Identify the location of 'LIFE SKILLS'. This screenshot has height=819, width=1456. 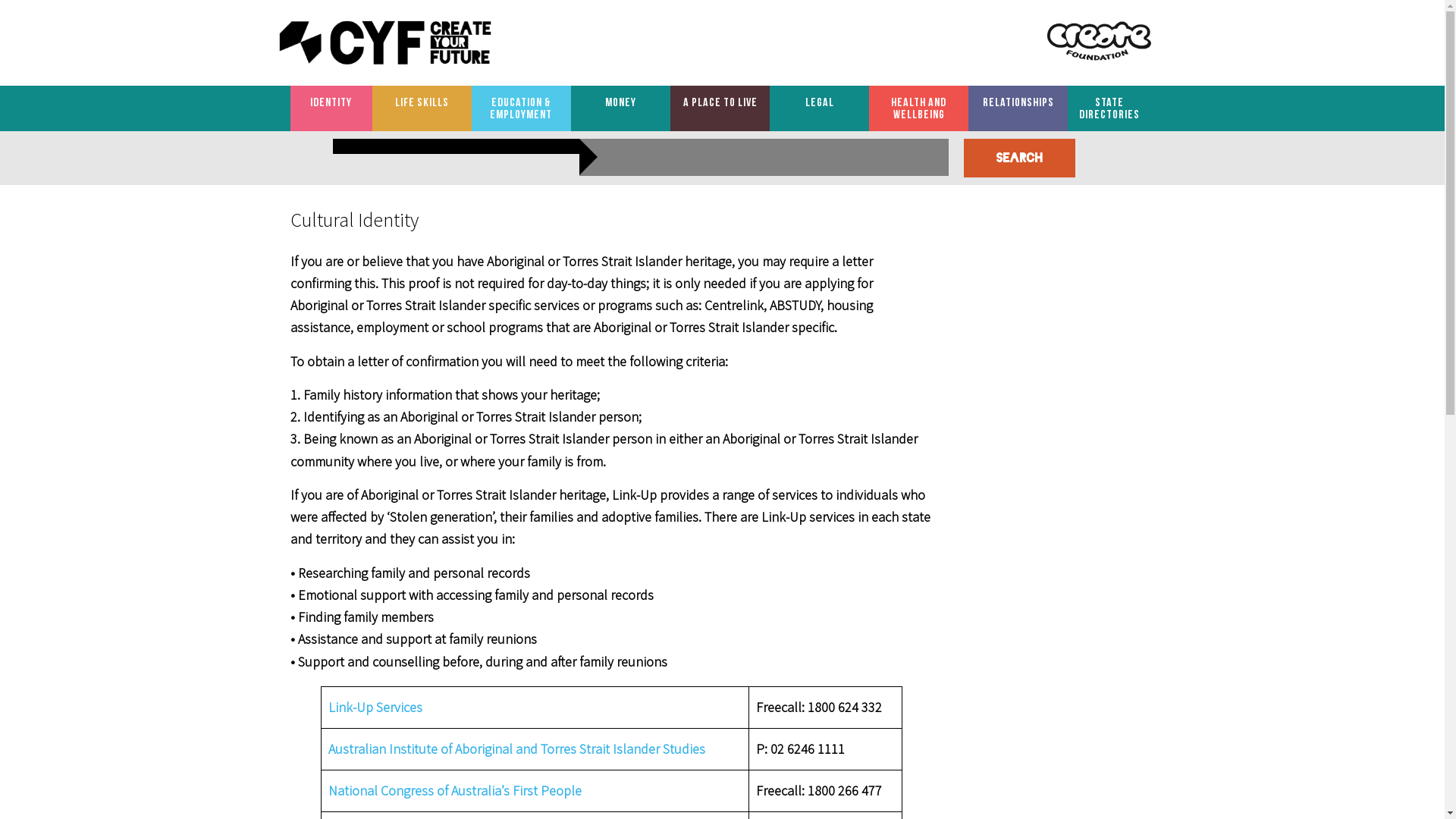
(422, 102).